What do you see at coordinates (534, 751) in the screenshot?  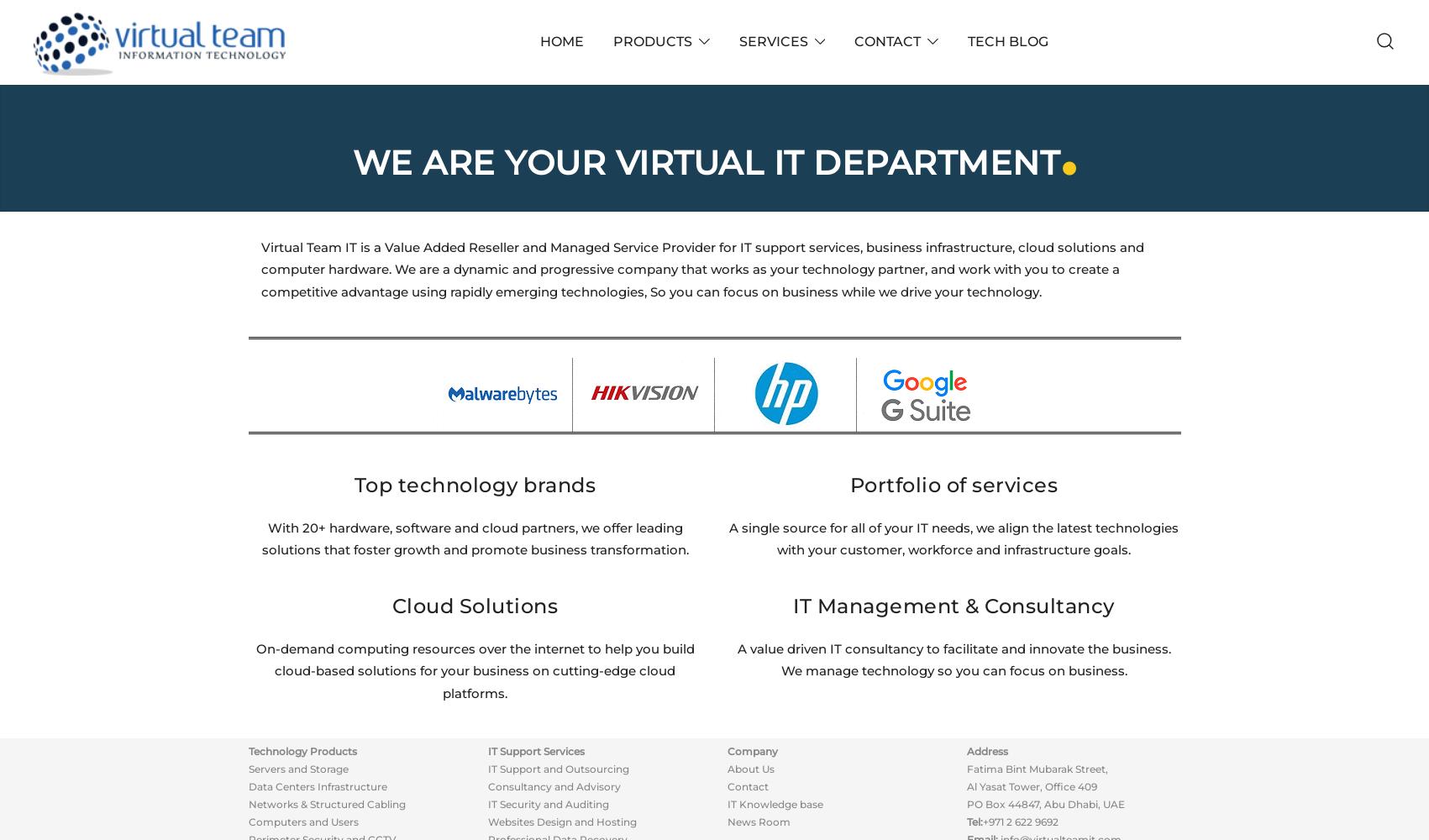 I see `'IT Support Services'` at bounding box center [534, 751].